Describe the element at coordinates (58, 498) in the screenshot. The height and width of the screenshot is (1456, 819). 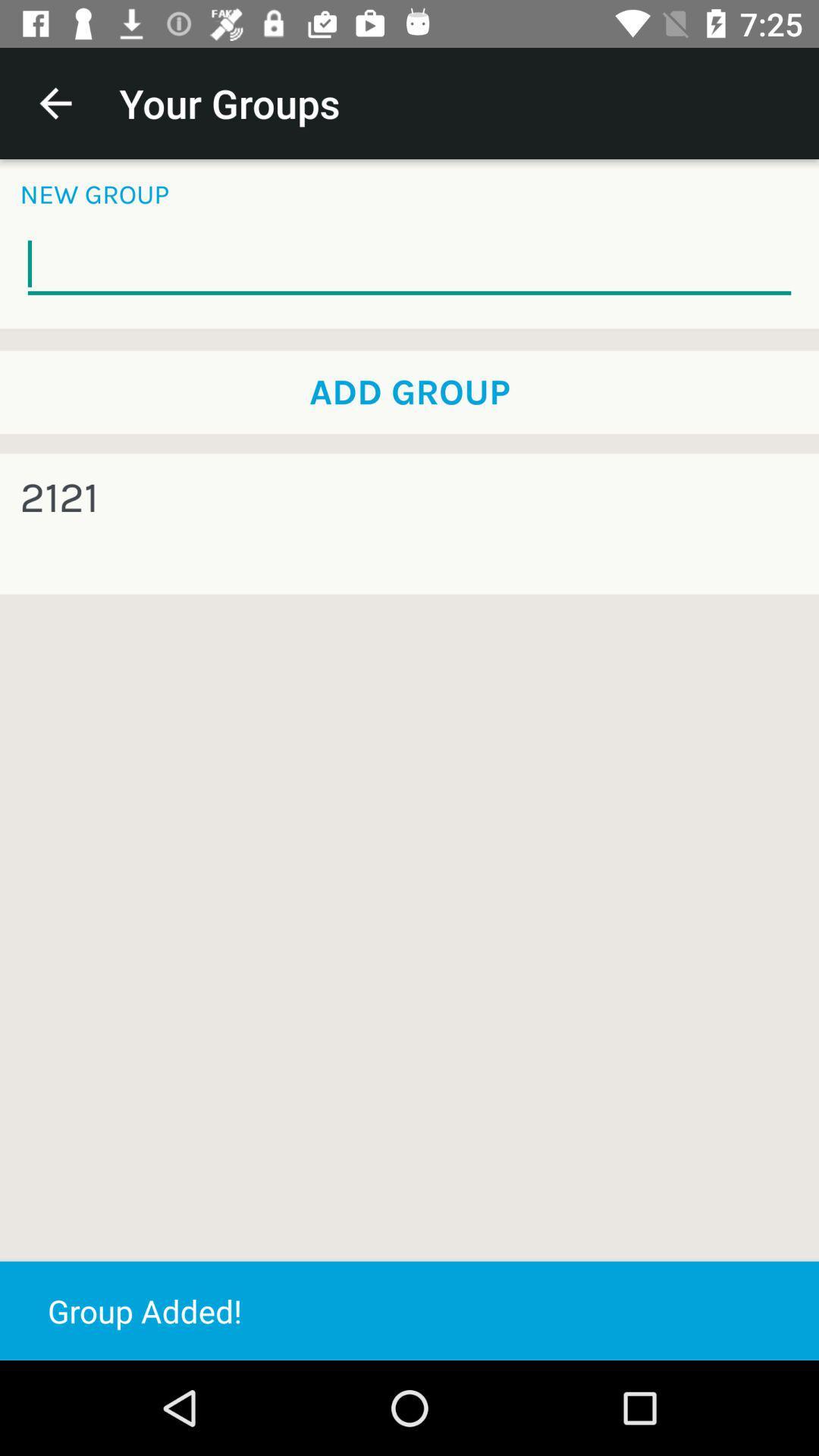
I see `2121 item` at that location.